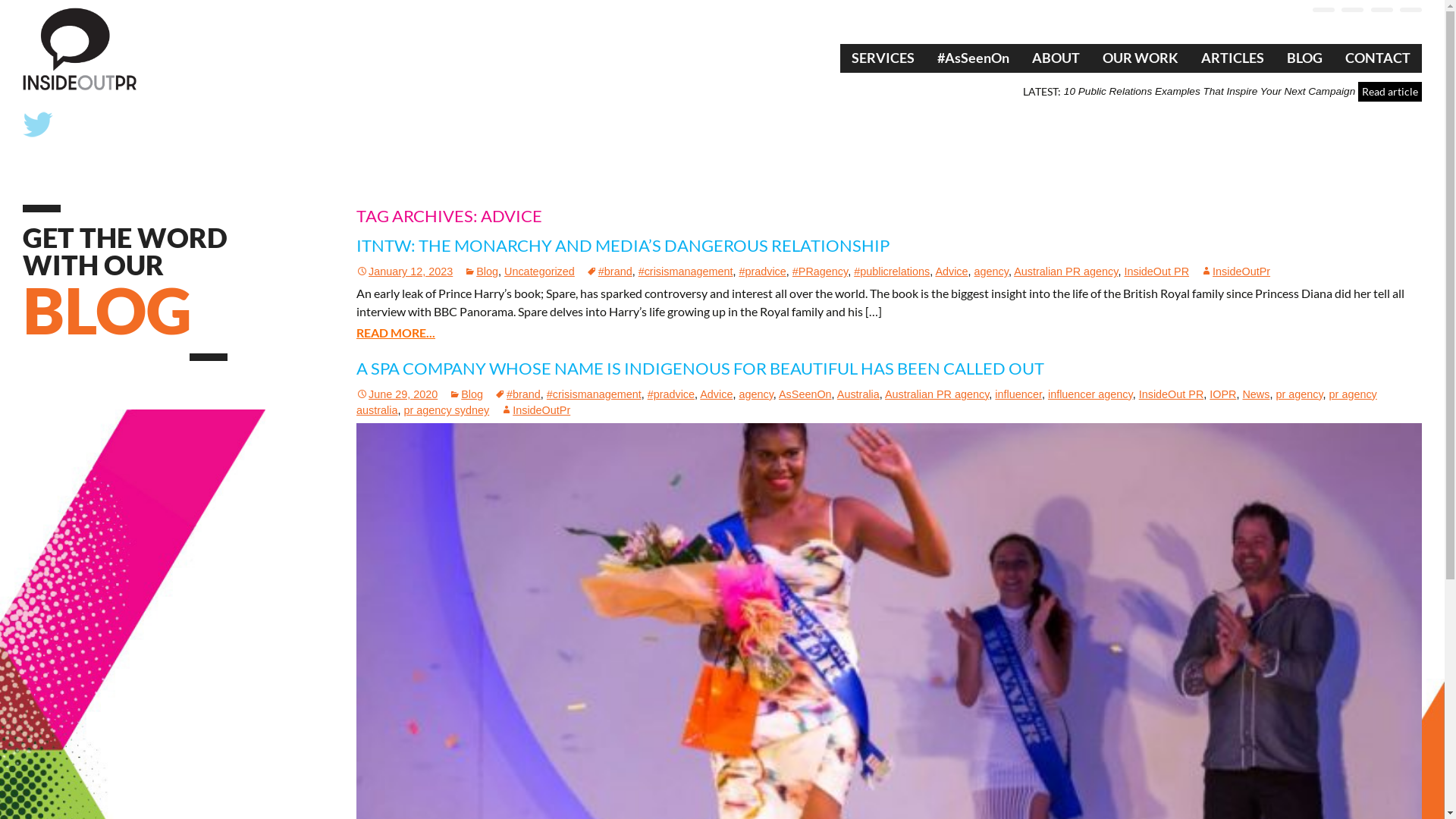  Describe the element at coordinates (539, 271) in the screenshot. I see `'Uncategorized'` at that location.